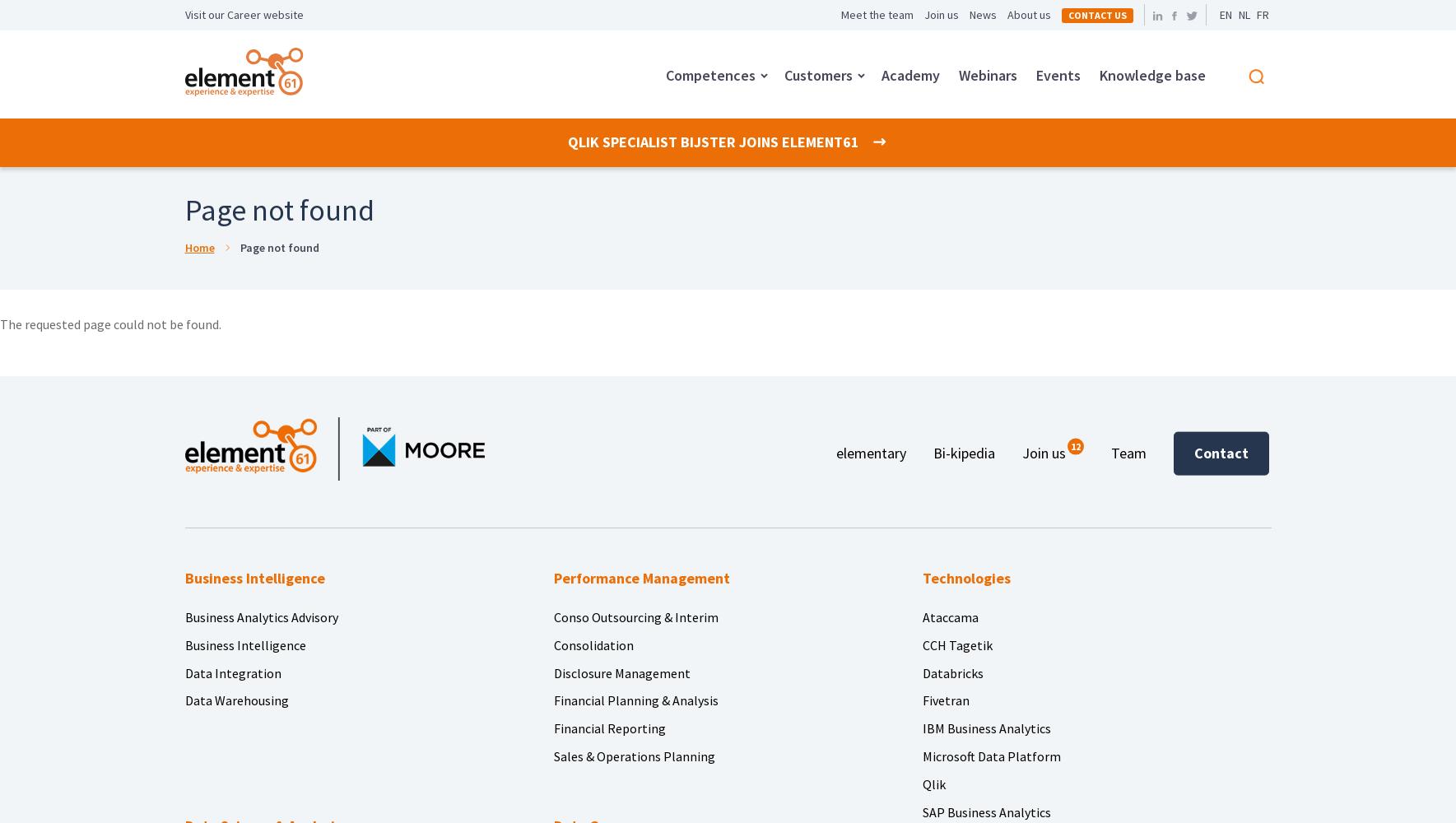 The width and height of the screenshot is (1456, 823). Describe the element at coordinates (923, 15) in the screenshot. I see `'Join us'` at that location.